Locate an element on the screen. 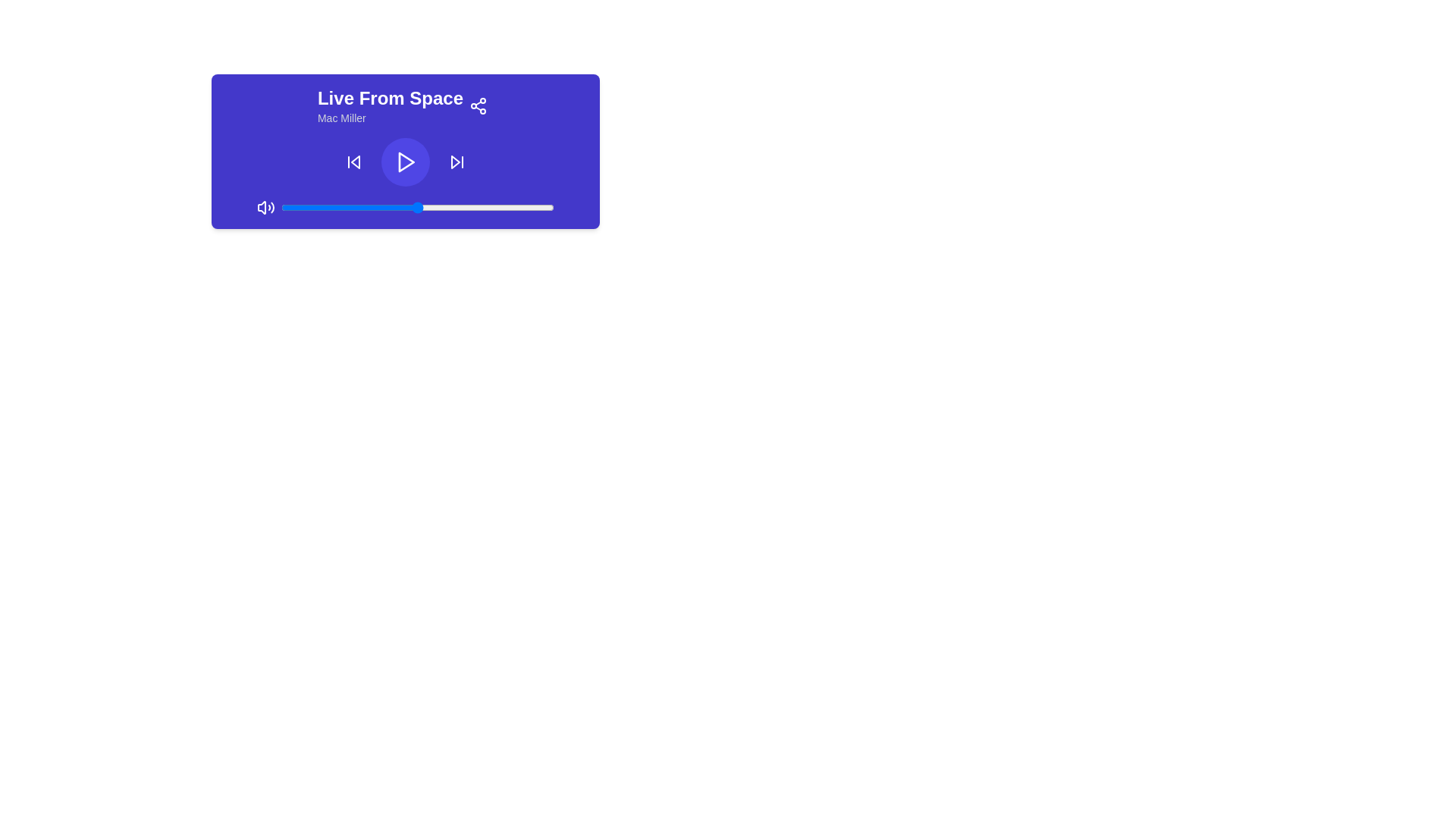 This screenshot has height=819, width=1456. the sharing icon located in the top-right corner of the music player interface to initiate a share action is located at coordinates (478, 105).